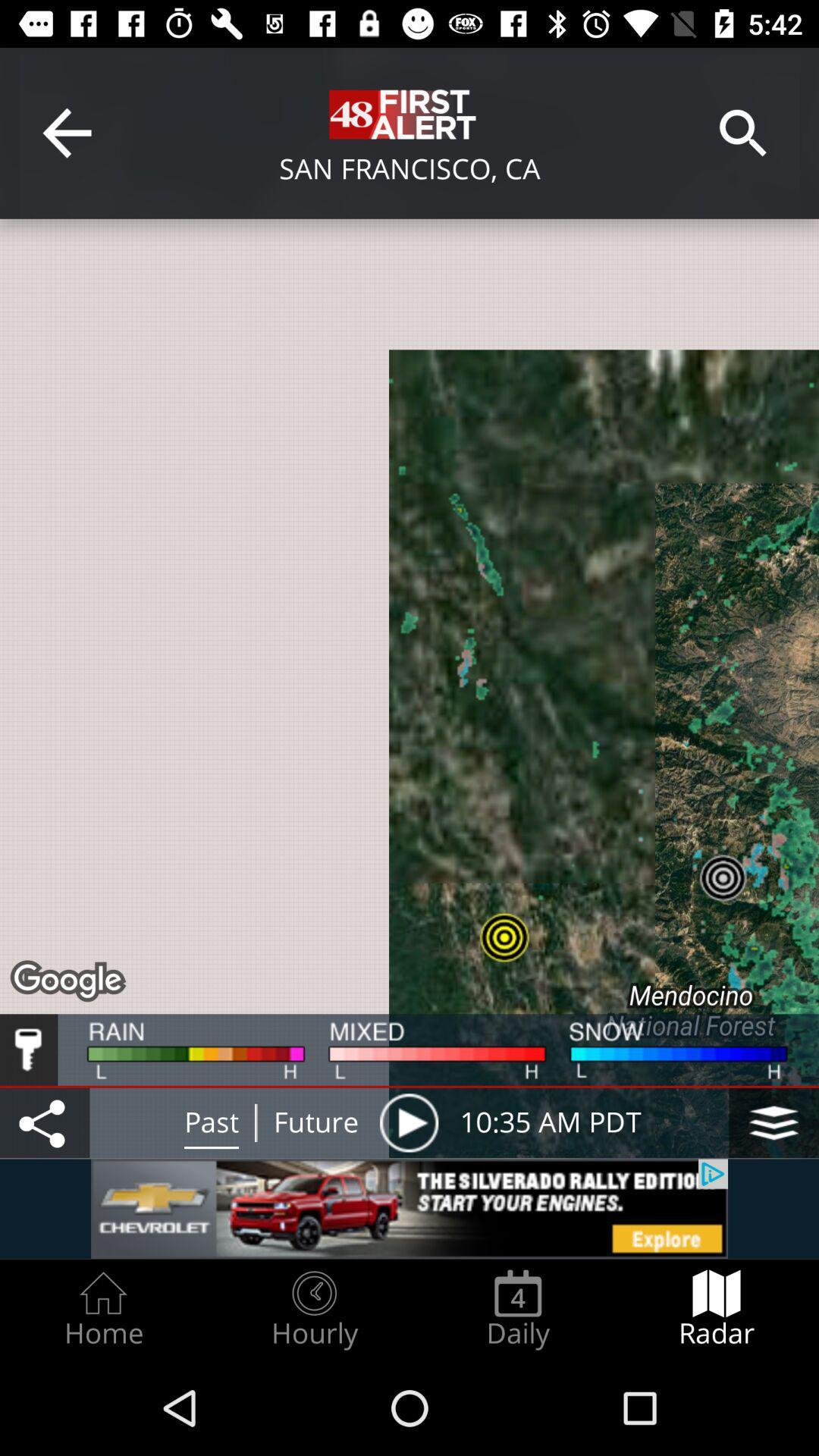  I want to click on the icon next to home radio button, so click(313, 1309).